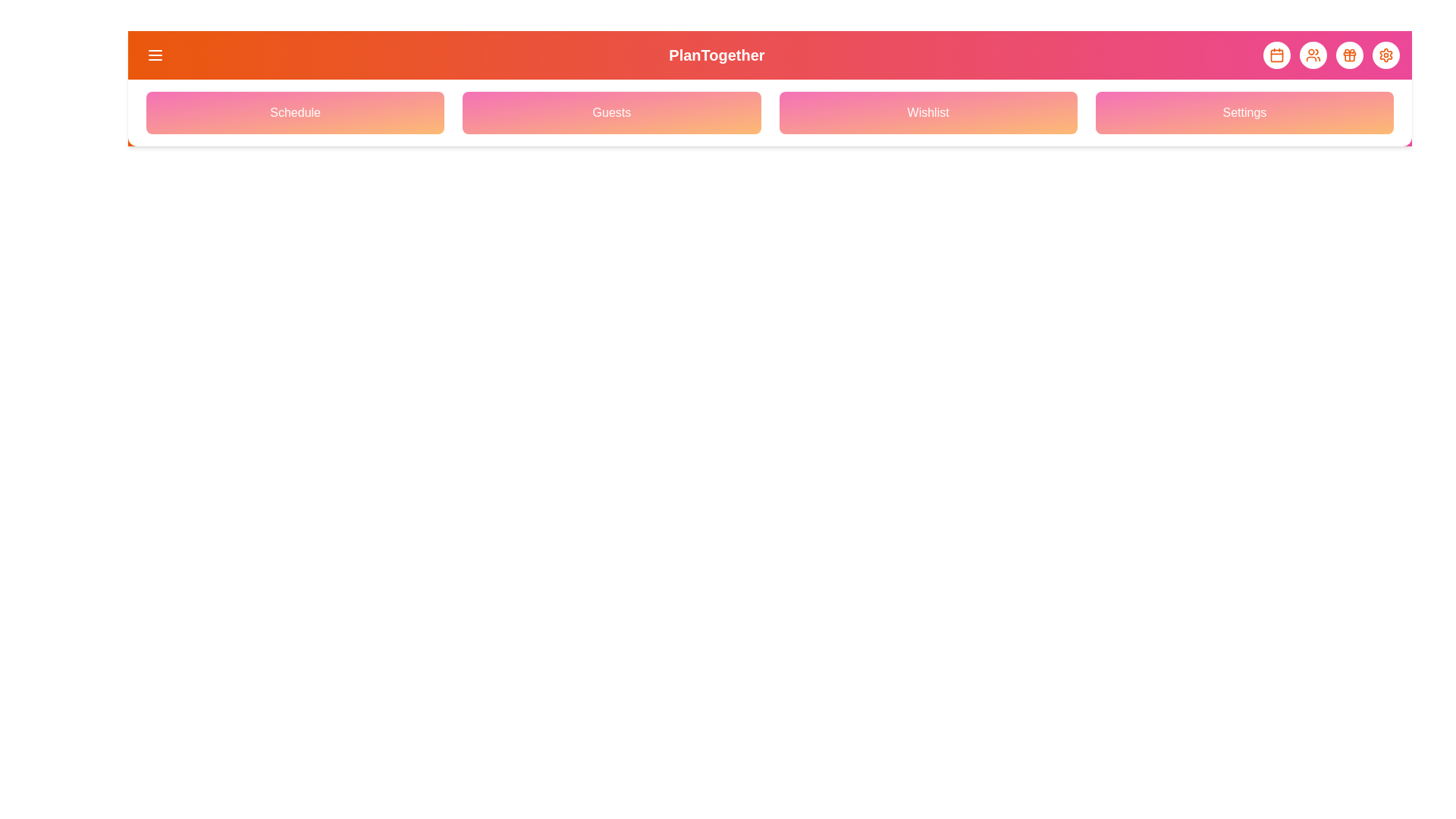 The width and height of the screenshot is (1456, 819). I want to click on the element with Calendar Icon to observe its hover effect, so click(1276, 55).